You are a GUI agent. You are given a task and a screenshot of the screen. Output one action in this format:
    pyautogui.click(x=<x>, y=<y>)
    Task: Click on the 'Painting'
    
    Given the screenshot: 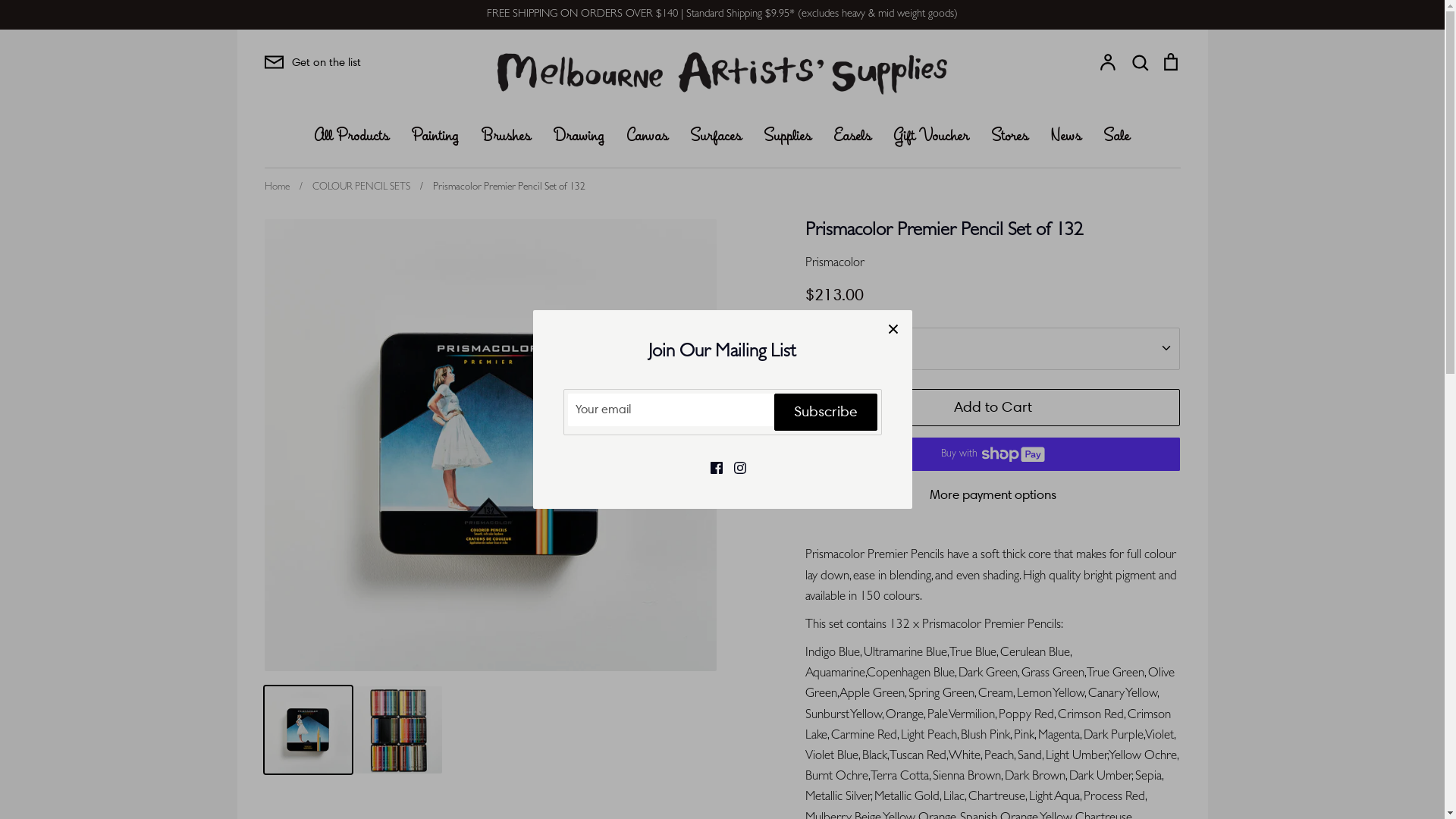 What is the action you would take?
    pyautogui.click(x=411, y=136)
    